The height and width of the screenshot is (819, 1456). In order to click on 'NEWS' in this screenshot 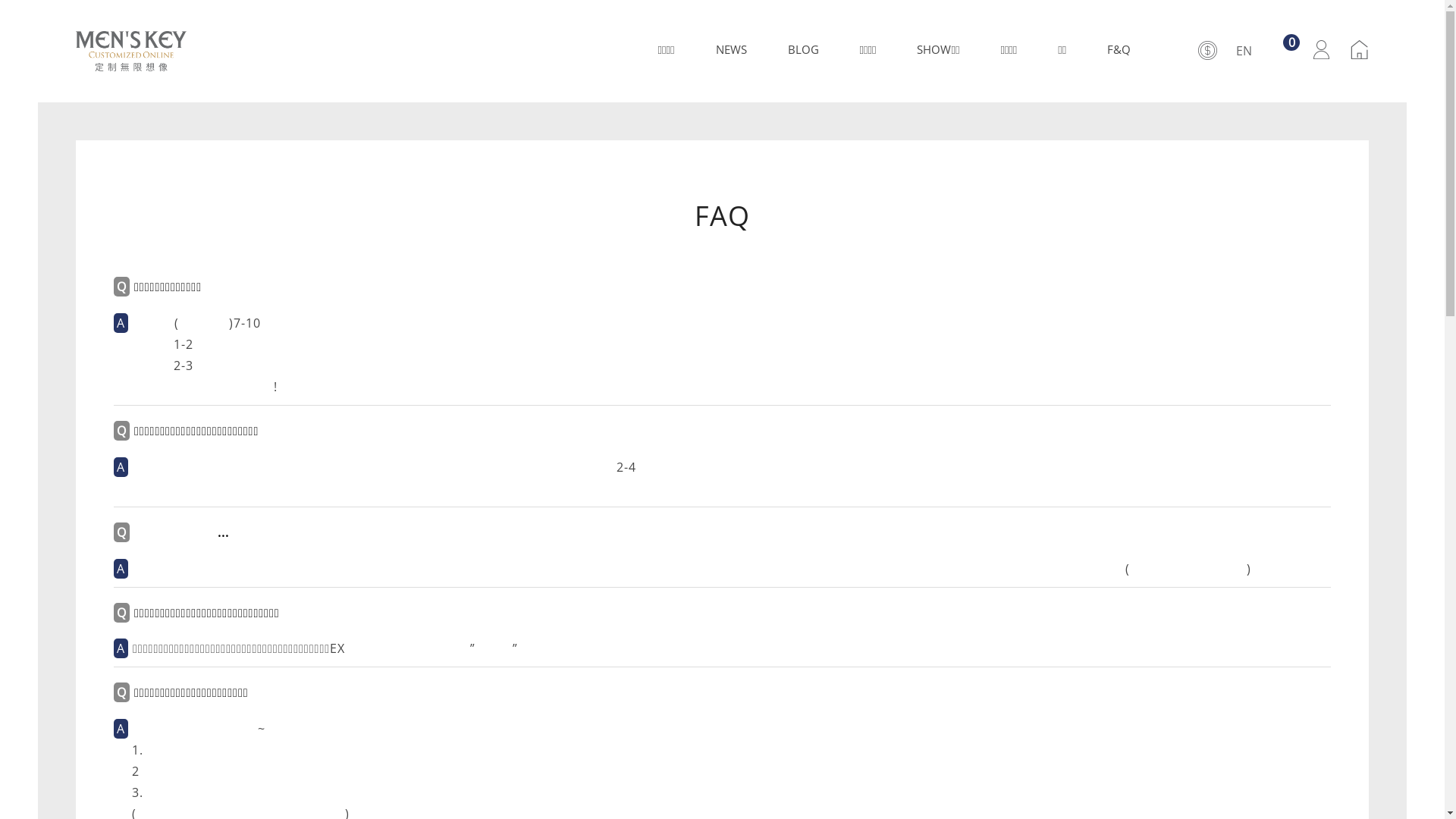, I will do `click(731, 49)`.